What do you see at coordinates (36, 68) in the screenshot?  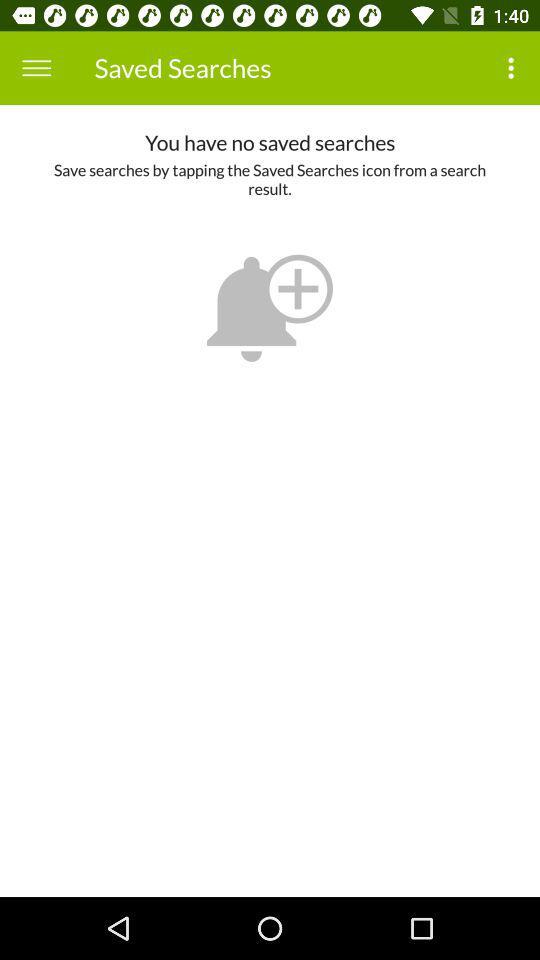 I see `the icon above you have no icon` at bounding box center [36, 68].